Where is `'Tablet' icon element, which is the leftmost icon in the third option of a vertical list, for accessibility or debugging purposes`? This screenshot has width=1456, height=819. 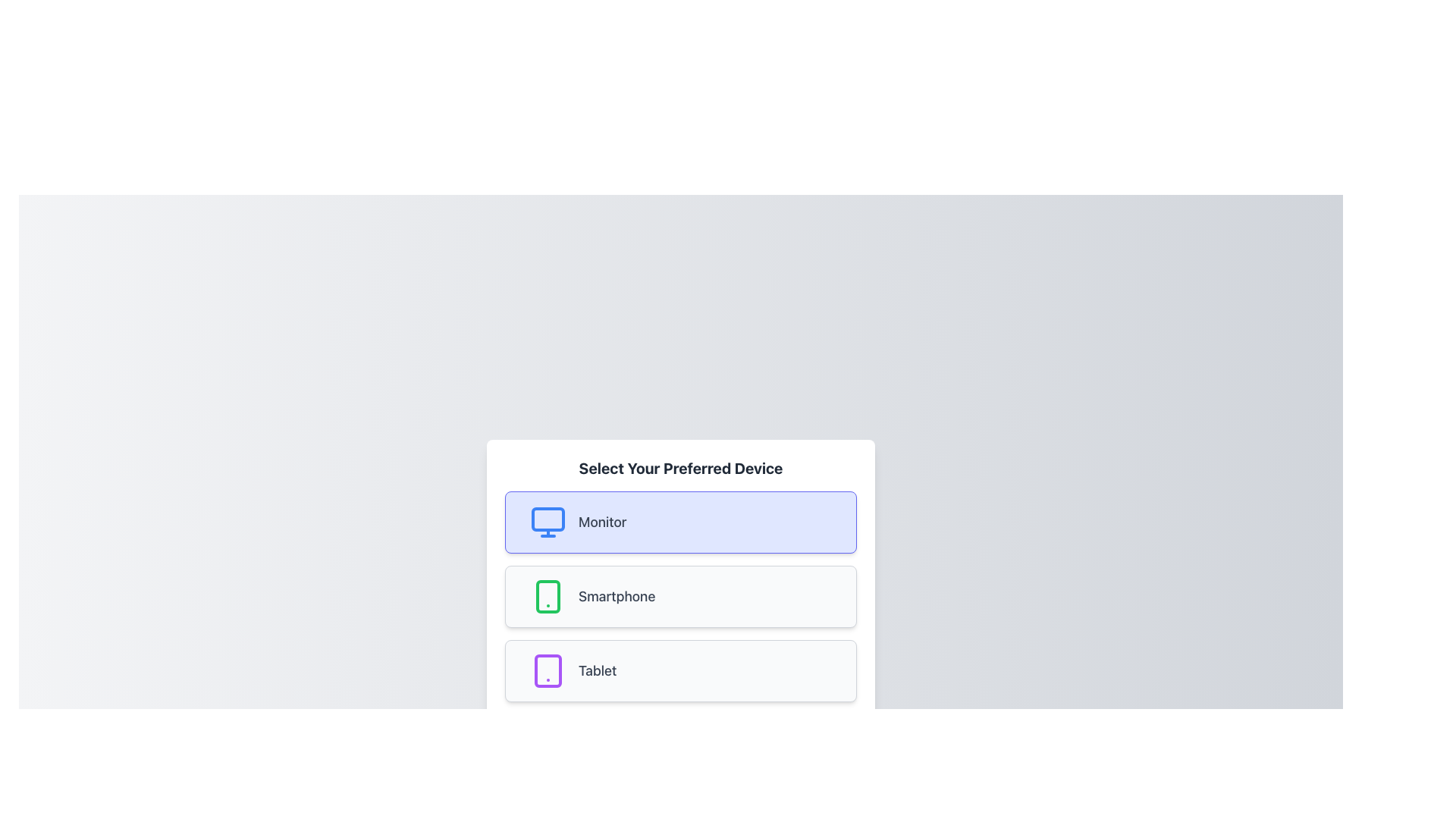
'Tablet' icon element, which is the leftmost icon in the third option of a vertical list, for accessibility or debugging purposes is located at coordinates (548, 670).